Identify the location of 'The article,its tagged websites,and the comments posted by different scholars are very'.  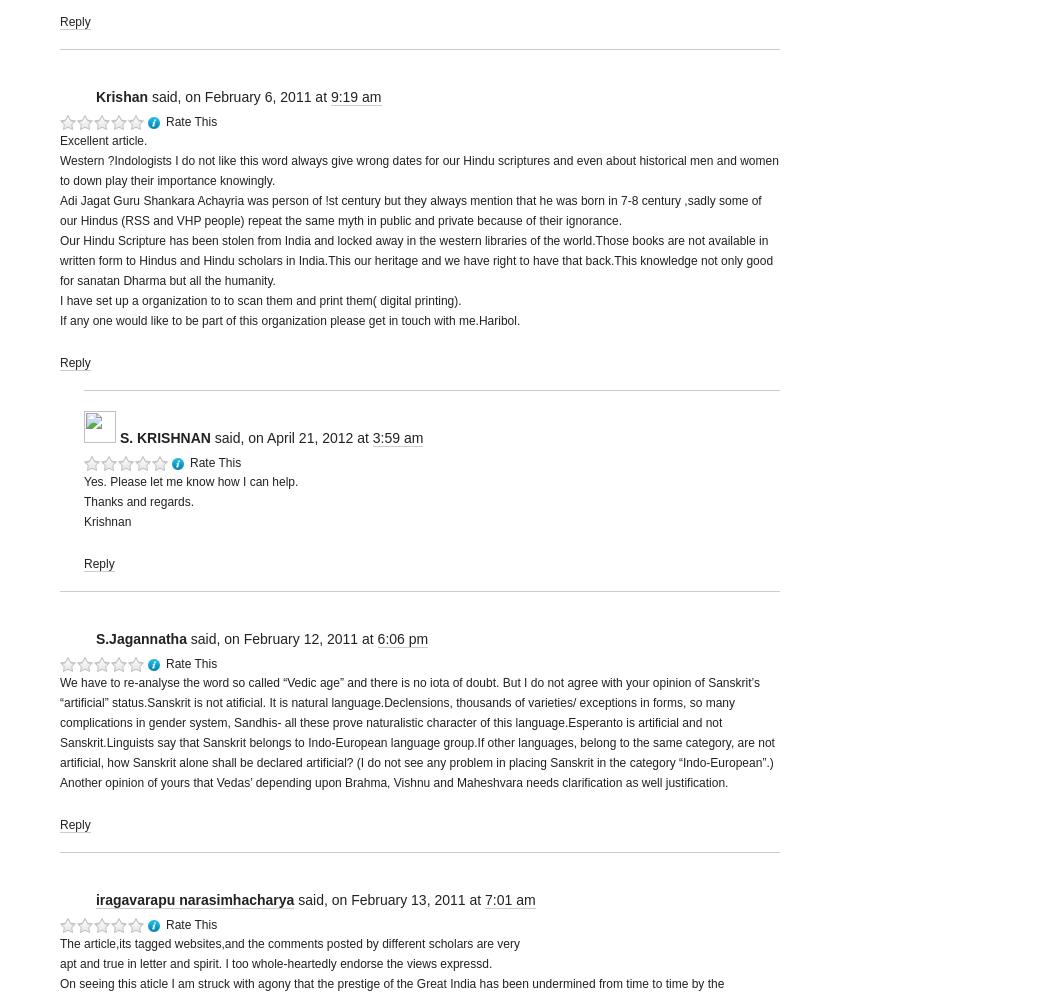
(289, 944).